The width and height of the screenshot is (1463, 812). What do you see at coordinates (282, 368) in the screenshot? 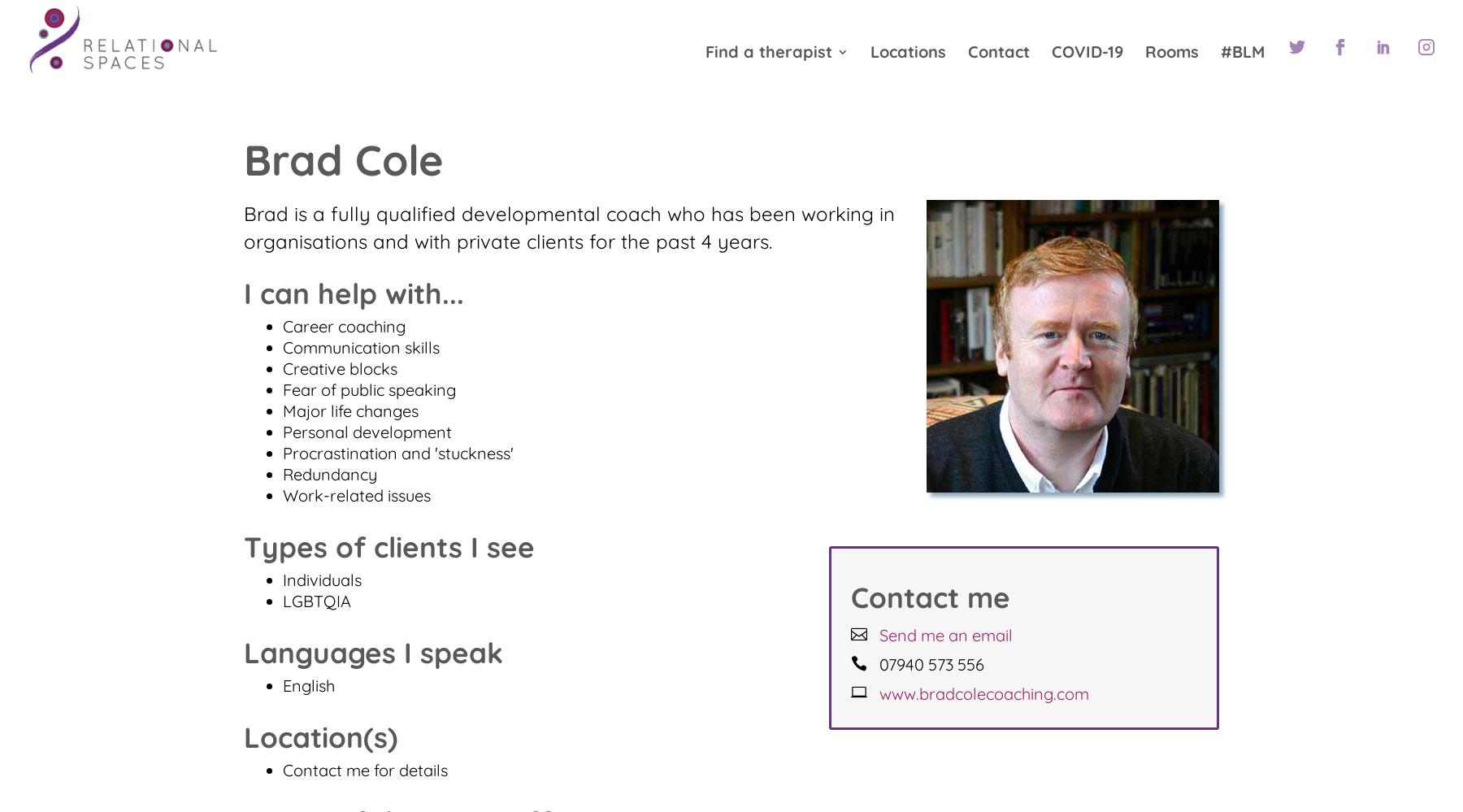
I see `'Creative blocks'` at bounding box center [282, 368].